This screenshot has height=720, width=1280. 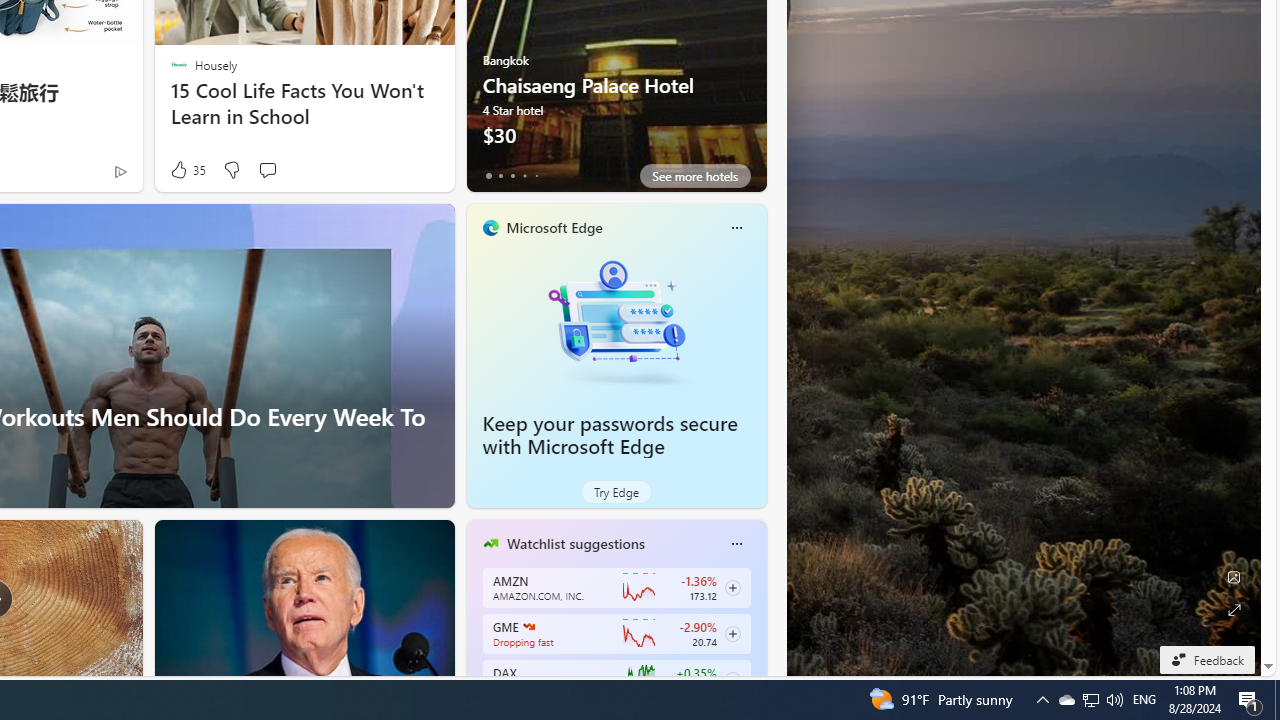 What do you see at coordinates (1205, 659) in the screenshot?
I see `'Feedback'` at bounding box center [1205, 659].